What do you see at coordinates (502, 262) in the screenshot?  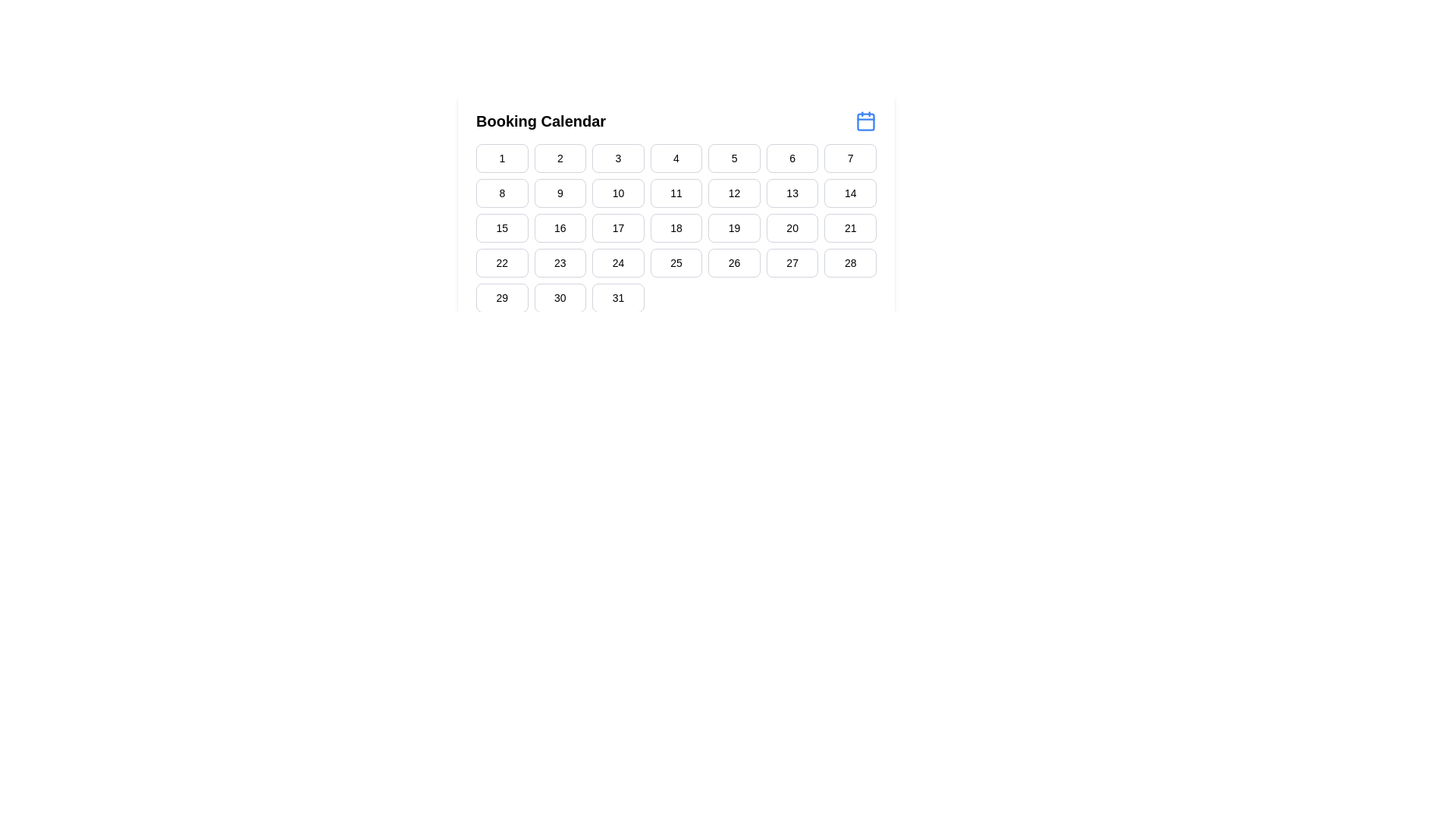 I see `the rounded rectangular button with a white background and the number '22' in black text` at bounding box center [502, 262].